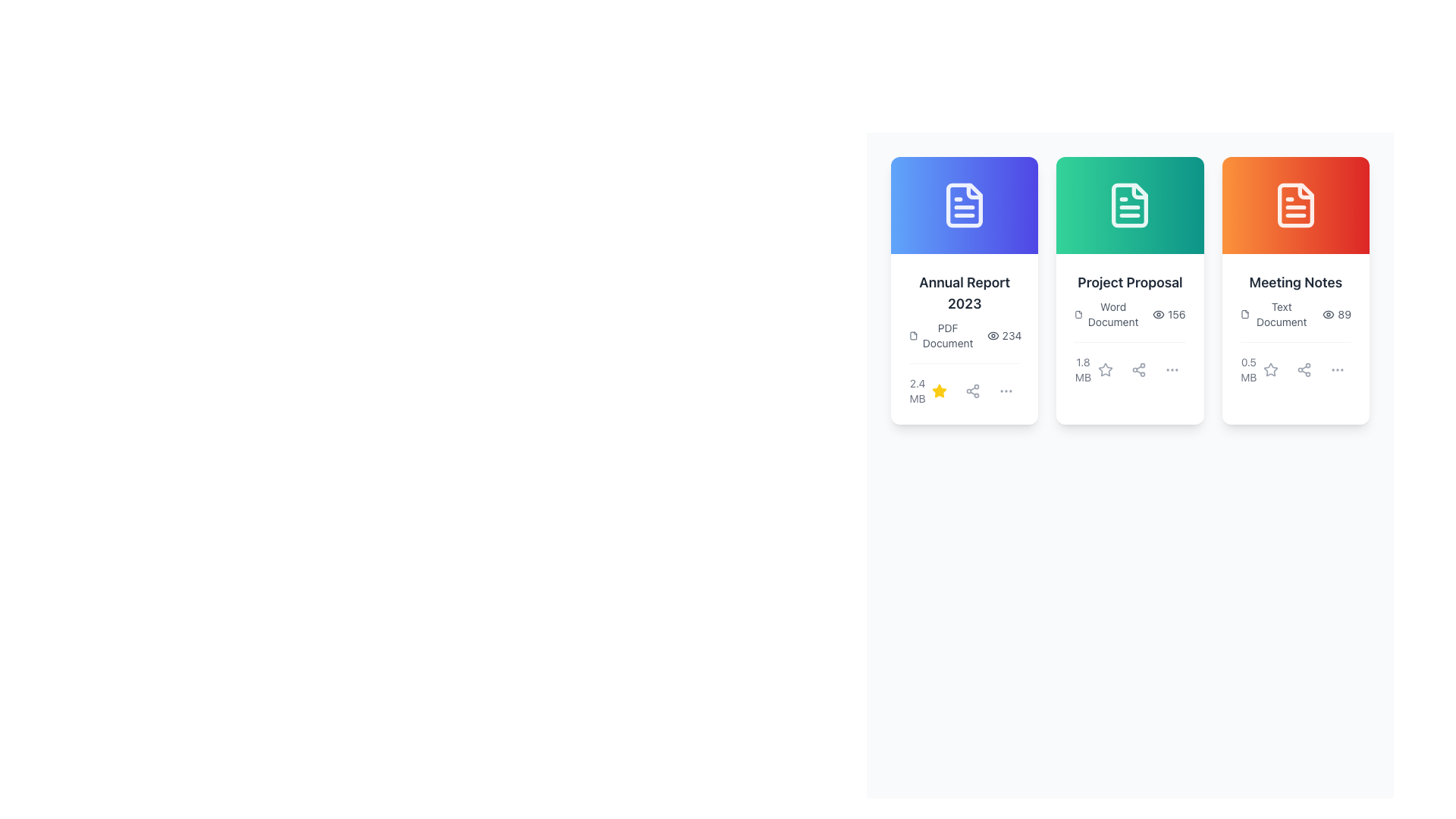 Image resolution: width=1456 pixels, height=819 pixels. What do you see at coordinates (1105, 370) in the screenshot?
I see `the star-shaped icon below the file size '1.8 MB' in the footer of the 'Project Proposal' card to mark or unmark it as favorite` at bounding box center [1105, 370].